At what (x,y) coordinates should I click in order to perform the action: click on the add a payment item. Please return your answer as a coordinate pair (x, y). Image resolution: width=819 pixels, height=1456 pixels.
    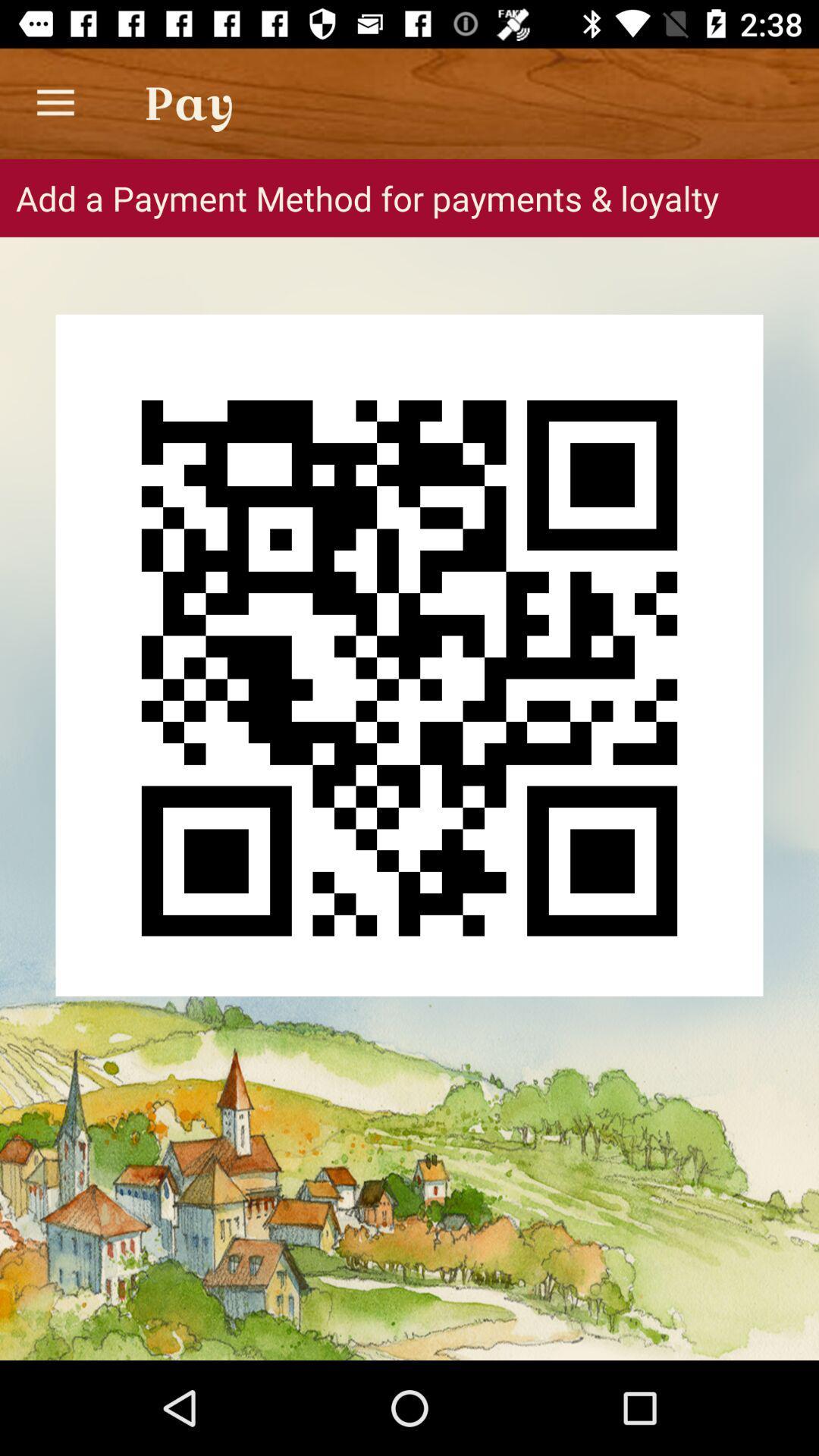
    Looking at the image, I should click on (409, 197).